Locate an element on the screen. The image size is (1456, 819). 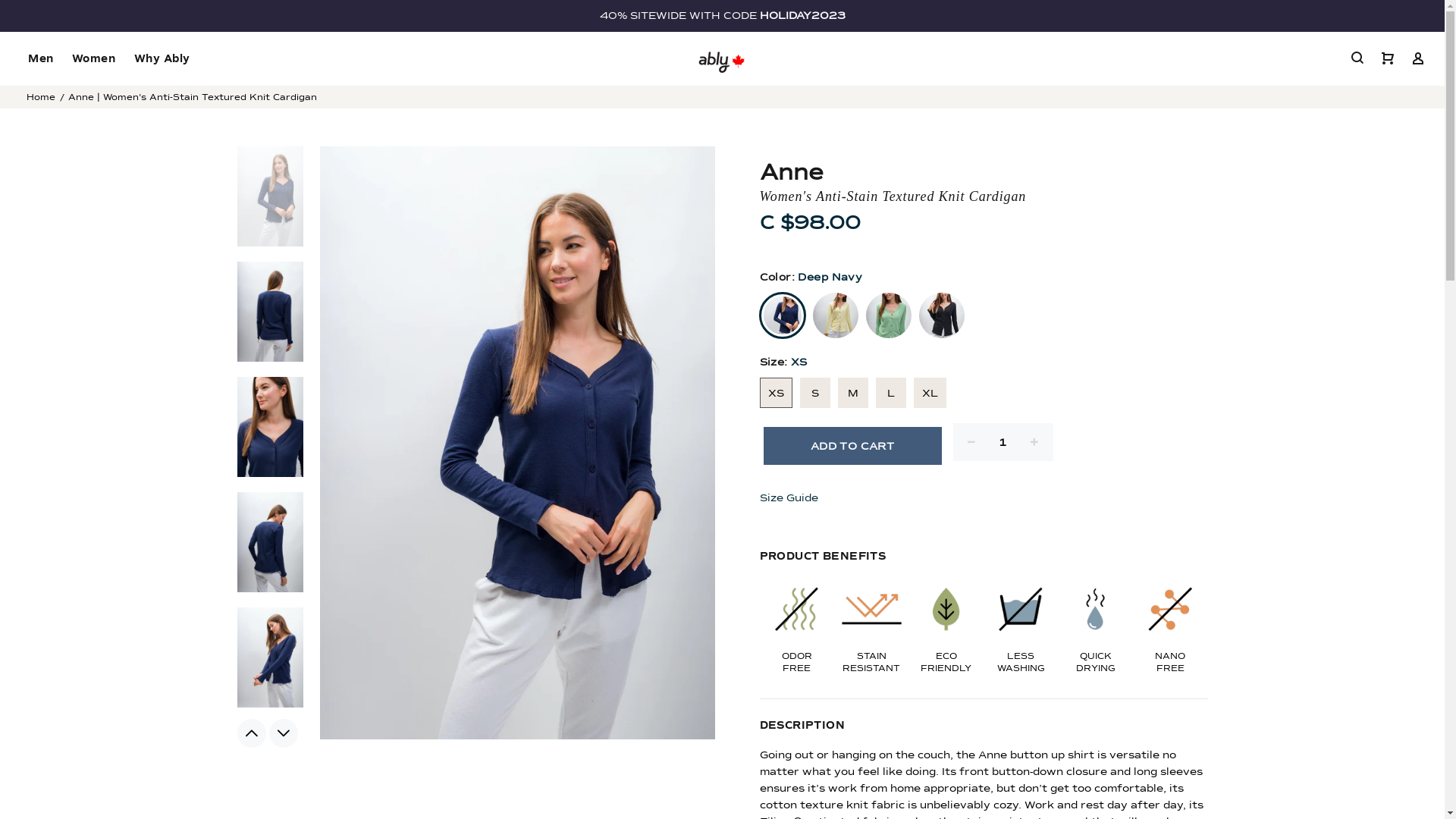
'Basil' is located at coordinates (888, 315).